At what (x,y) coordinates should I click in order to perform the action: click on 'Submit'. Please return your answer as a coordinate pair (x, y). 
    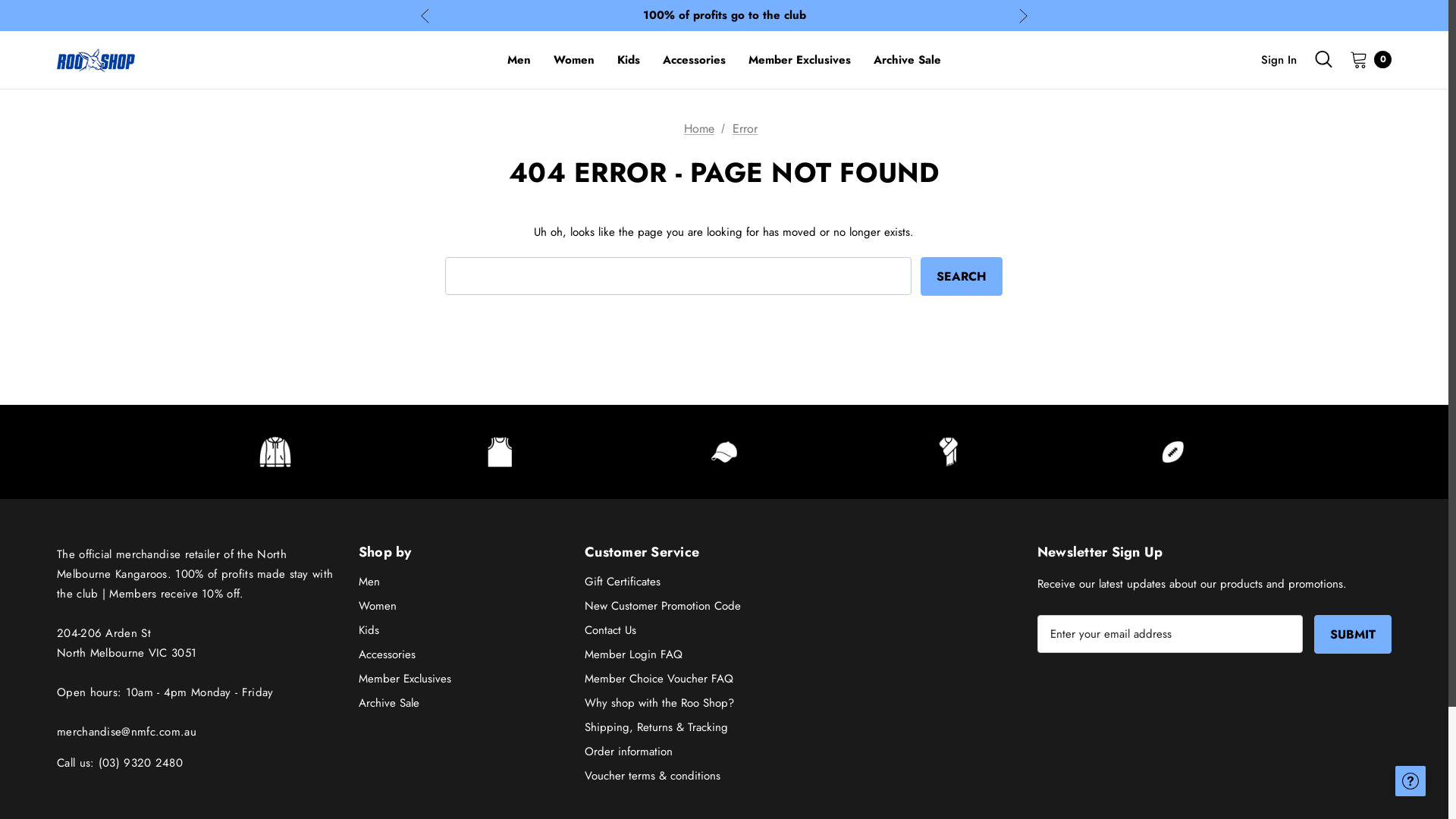
    Looking at the image, I should click on (1353, 634).